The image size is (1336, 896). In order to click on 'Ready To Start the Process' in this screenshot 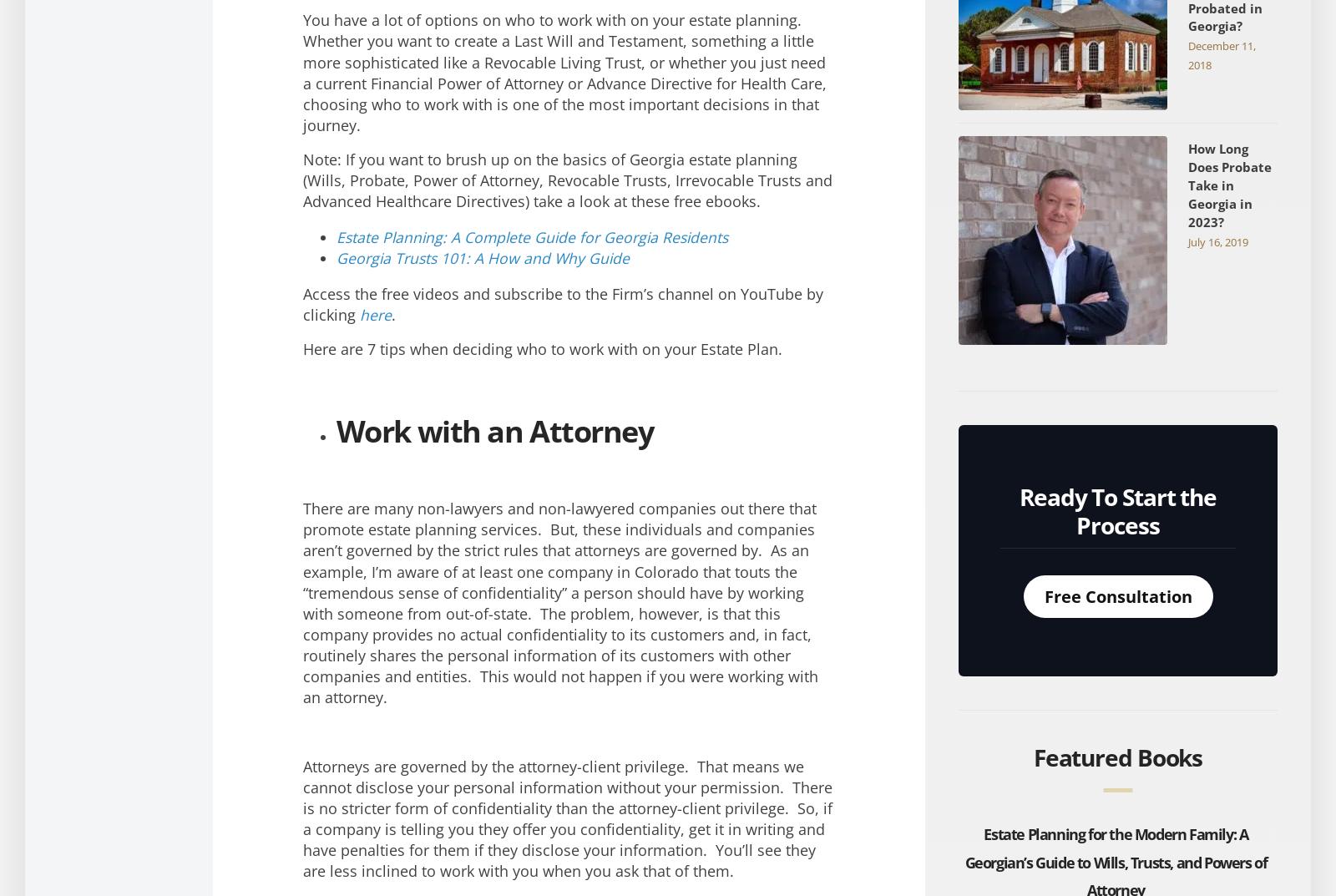, I will do `click(1116, 509)`.